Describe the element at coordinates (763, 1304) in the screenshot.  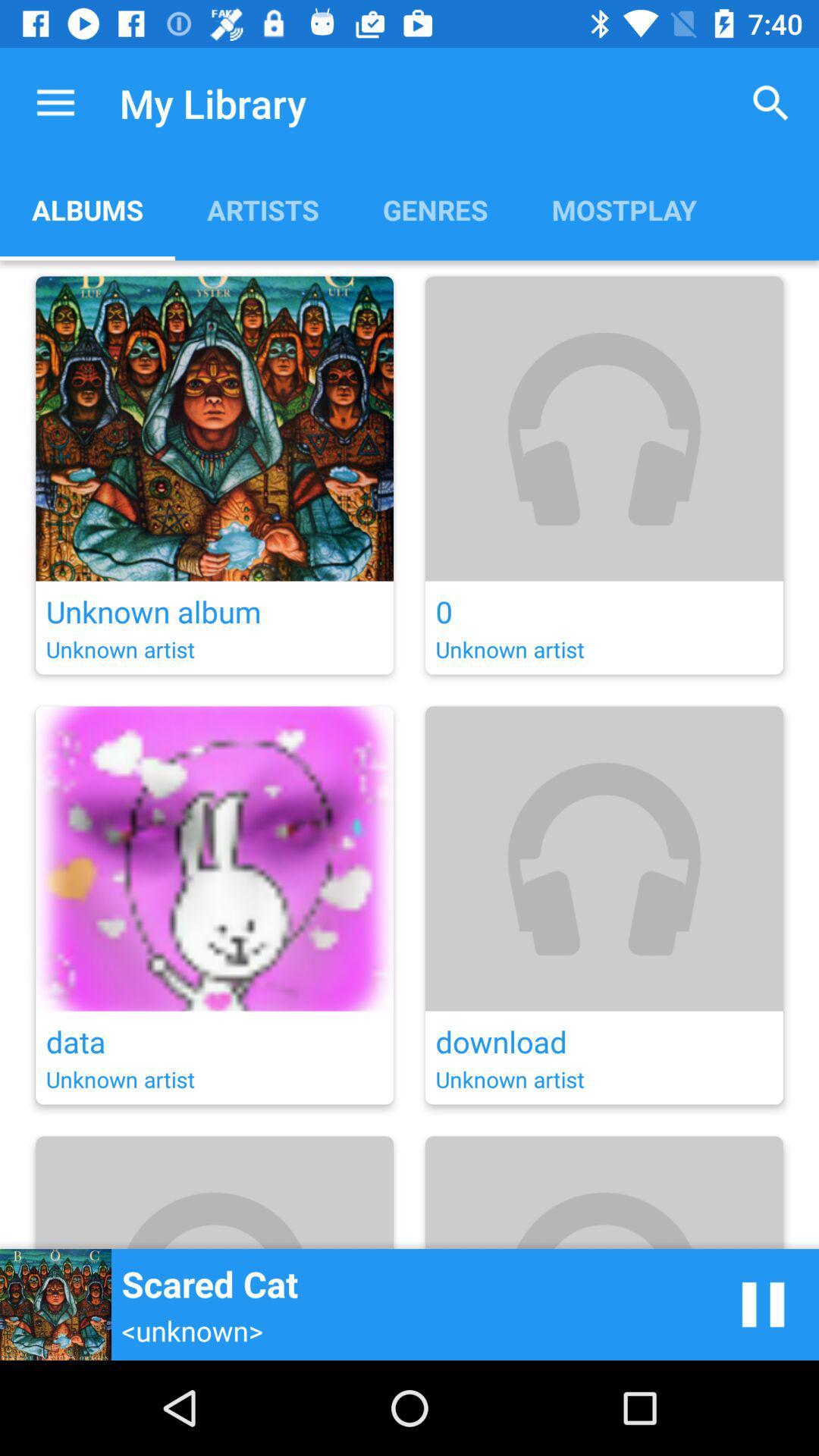
I see `pause the music currently playing` at that location.